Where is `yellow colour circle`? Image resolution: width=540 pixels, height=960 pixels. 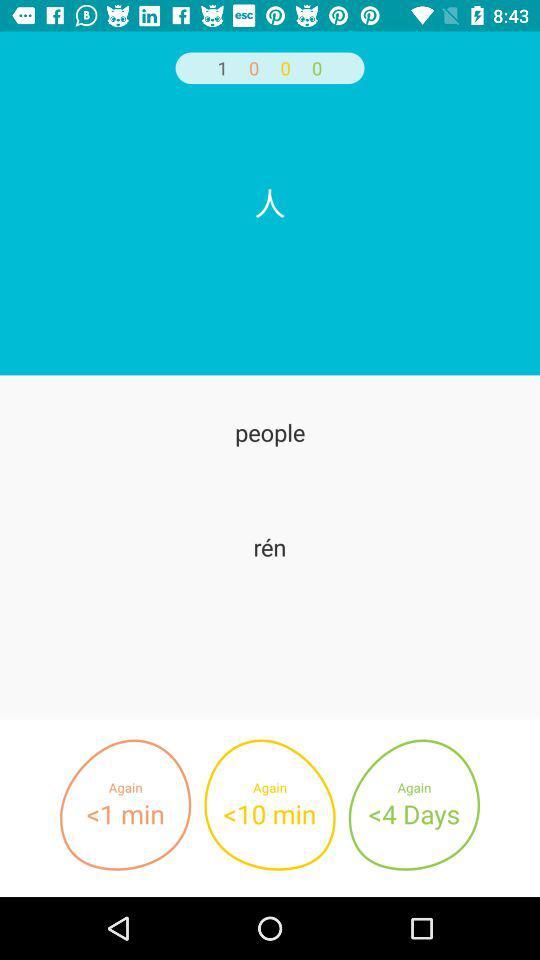 yellow colour circle is located at coordinates (270, 805).